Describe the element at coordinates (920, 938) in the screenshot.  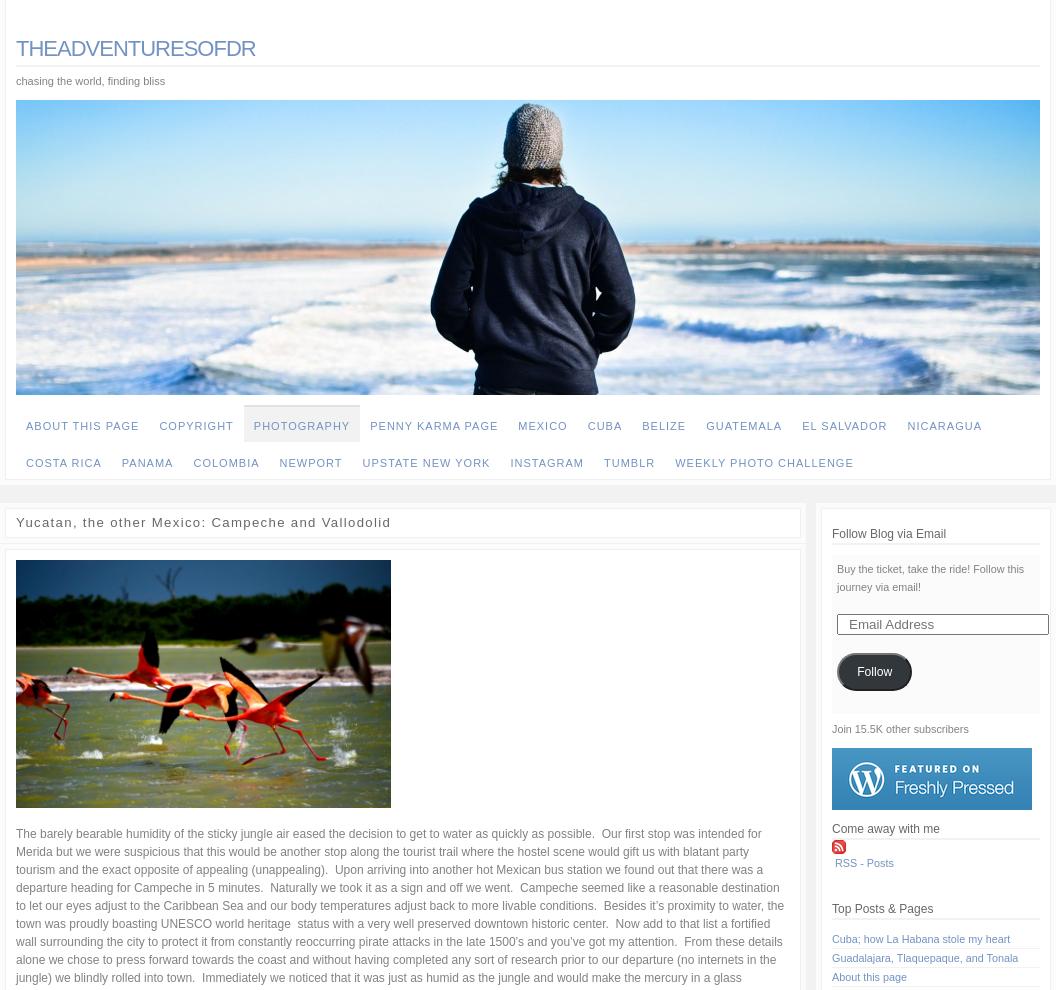
I see `'Cuba; how La Habana stole my heart'` at that location.